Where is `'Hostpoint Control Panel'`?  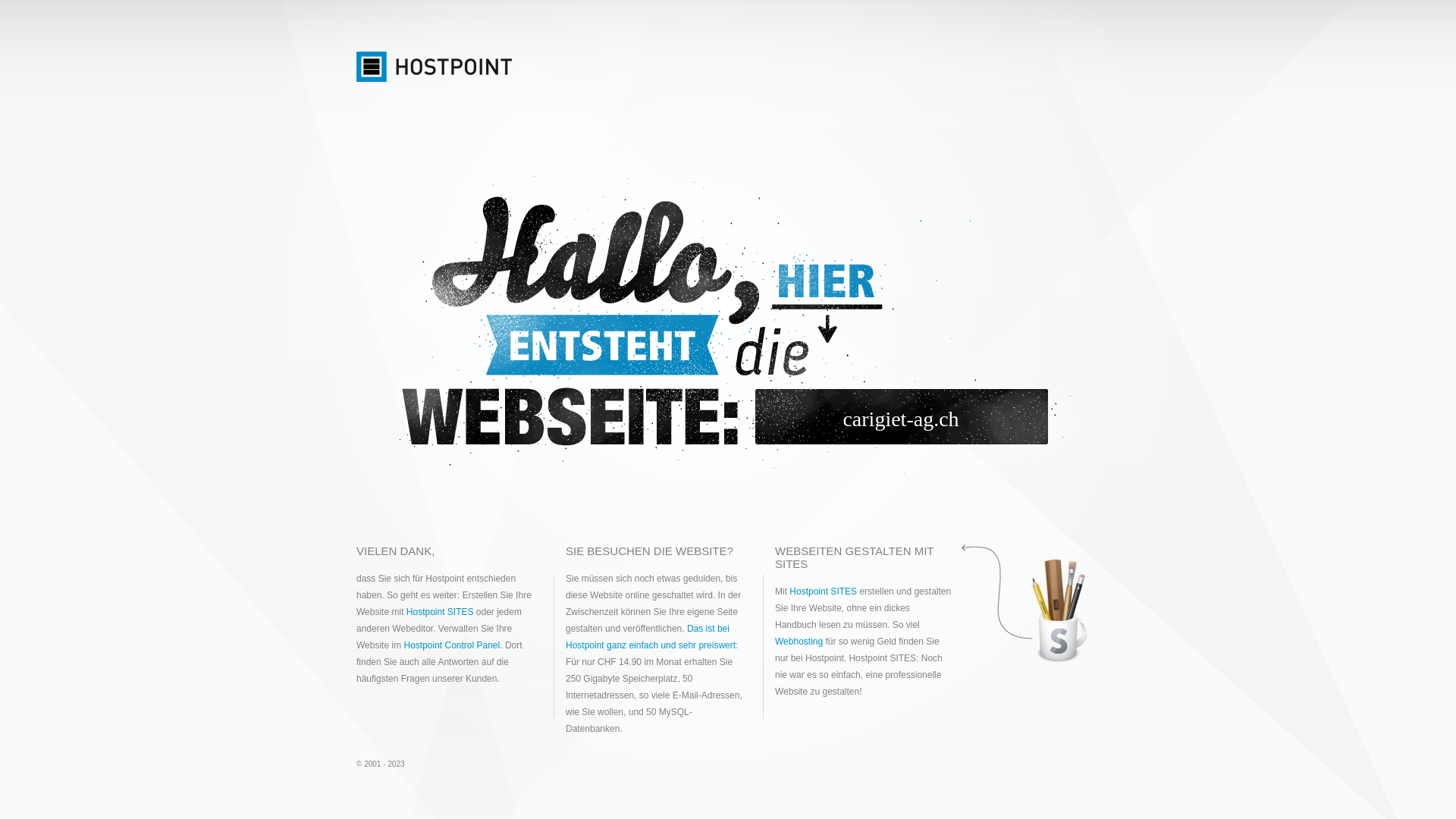
'Hostpoint Control Panel' is located at coordinates (450, 645).